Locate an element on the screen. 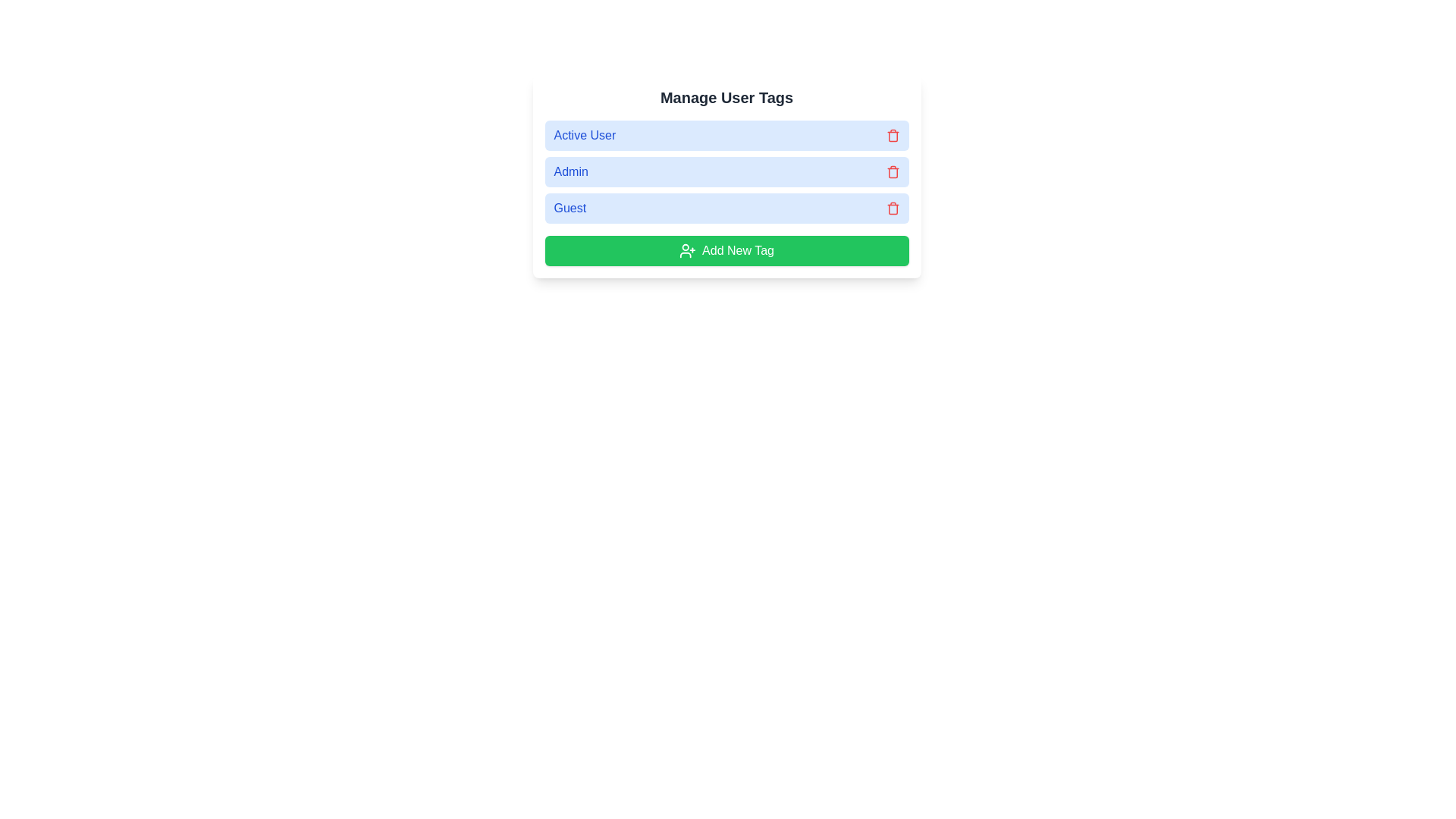 The image size is (1456, 819). the icon representing the action to add a new user or tag, located to the left of the 'Add New Tag' text within the green rectangular button at the bottom of the 'Manage User Tags' panel is located at coordinates (687, 250).